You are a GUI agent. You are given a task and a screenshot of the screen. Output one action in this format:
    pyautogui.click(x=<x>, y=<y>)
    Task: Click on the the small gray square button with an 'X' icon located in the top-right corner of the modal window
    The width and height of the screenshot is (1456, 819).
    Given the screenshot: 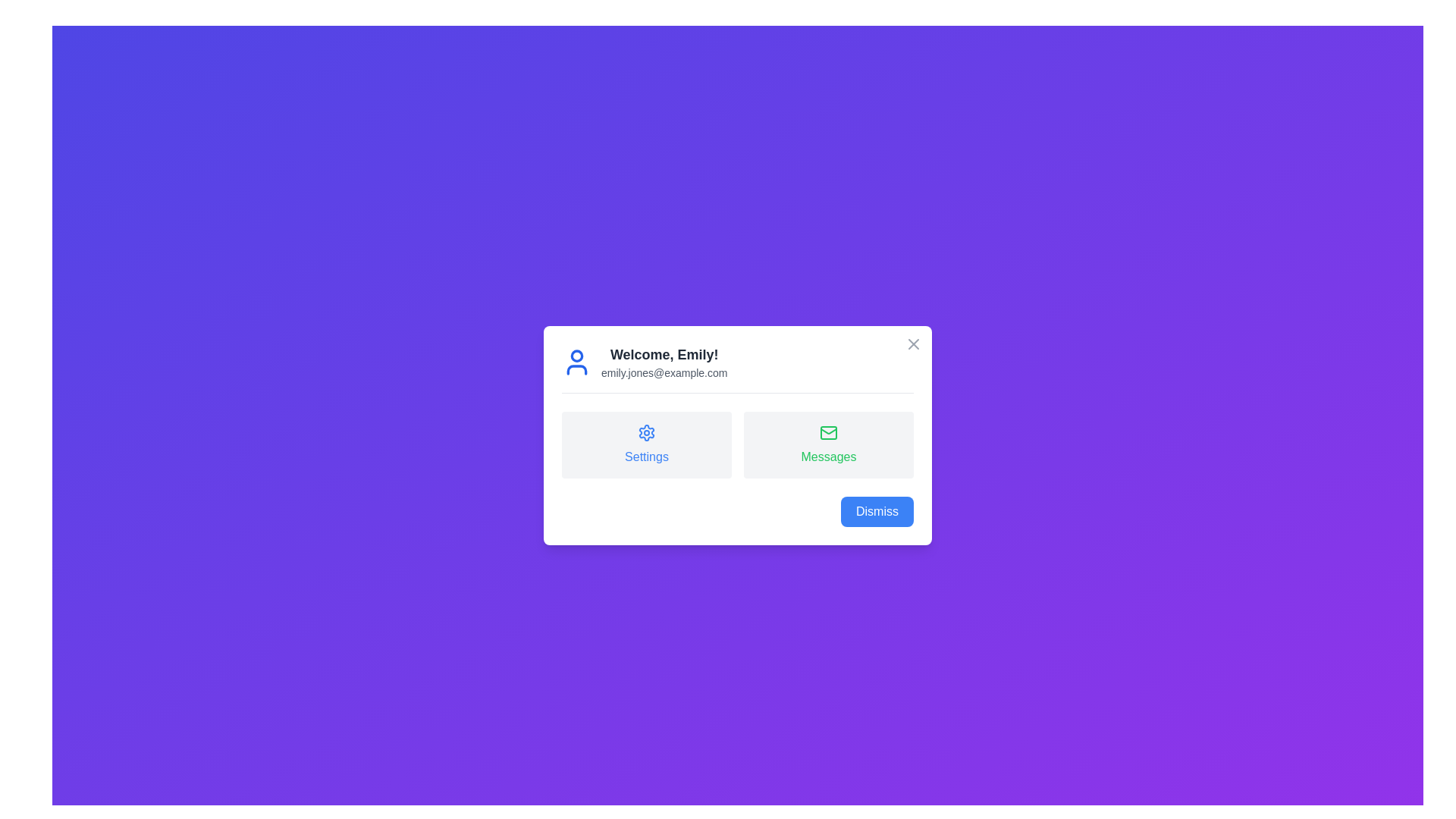 What is the action you would take?
    pyautogui.click(x=912, y=344)
    